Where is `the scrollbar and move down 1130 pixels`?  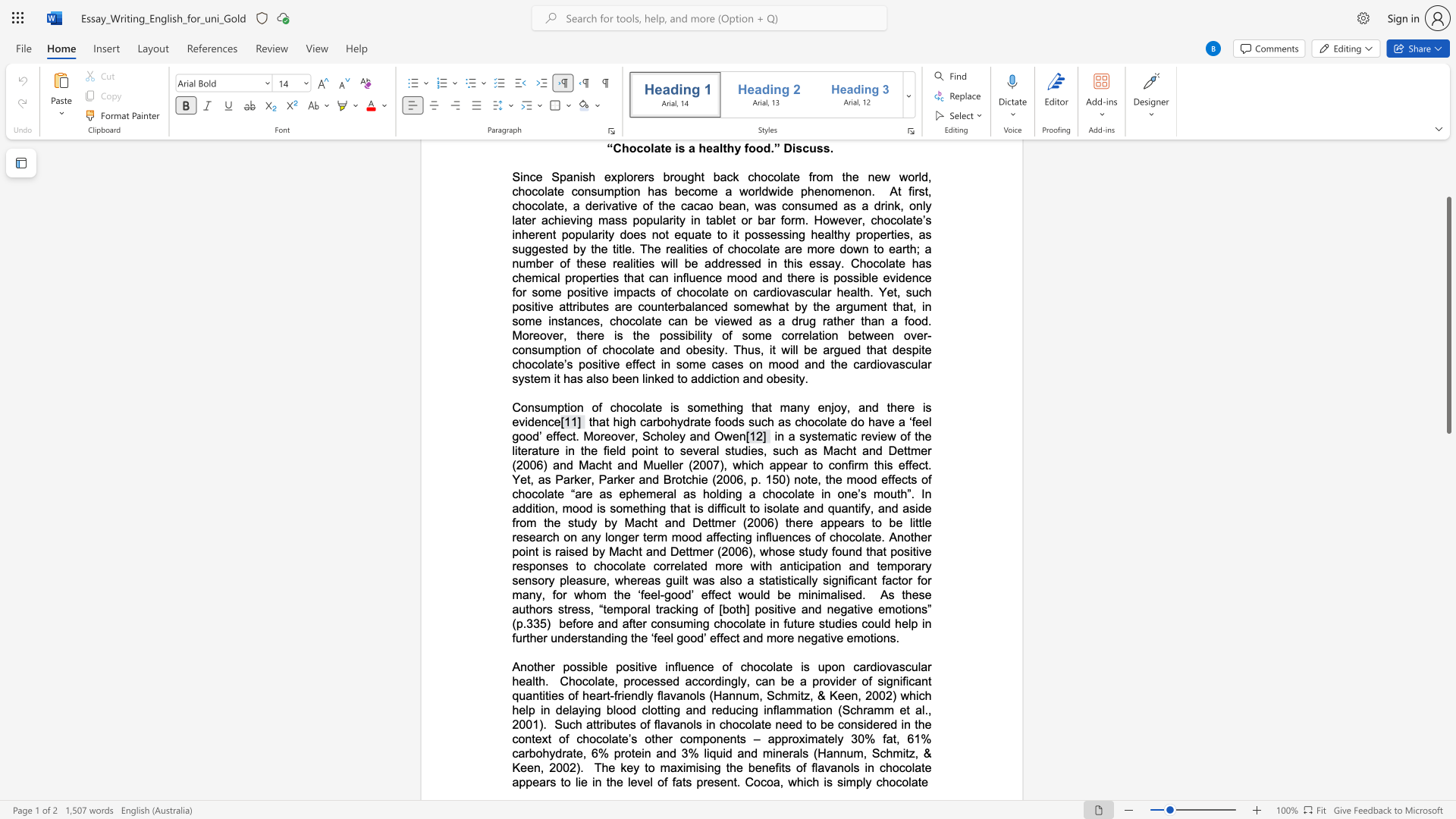
the scrollbar and move down 1130 pixels is located at coordinates (1448, 314).